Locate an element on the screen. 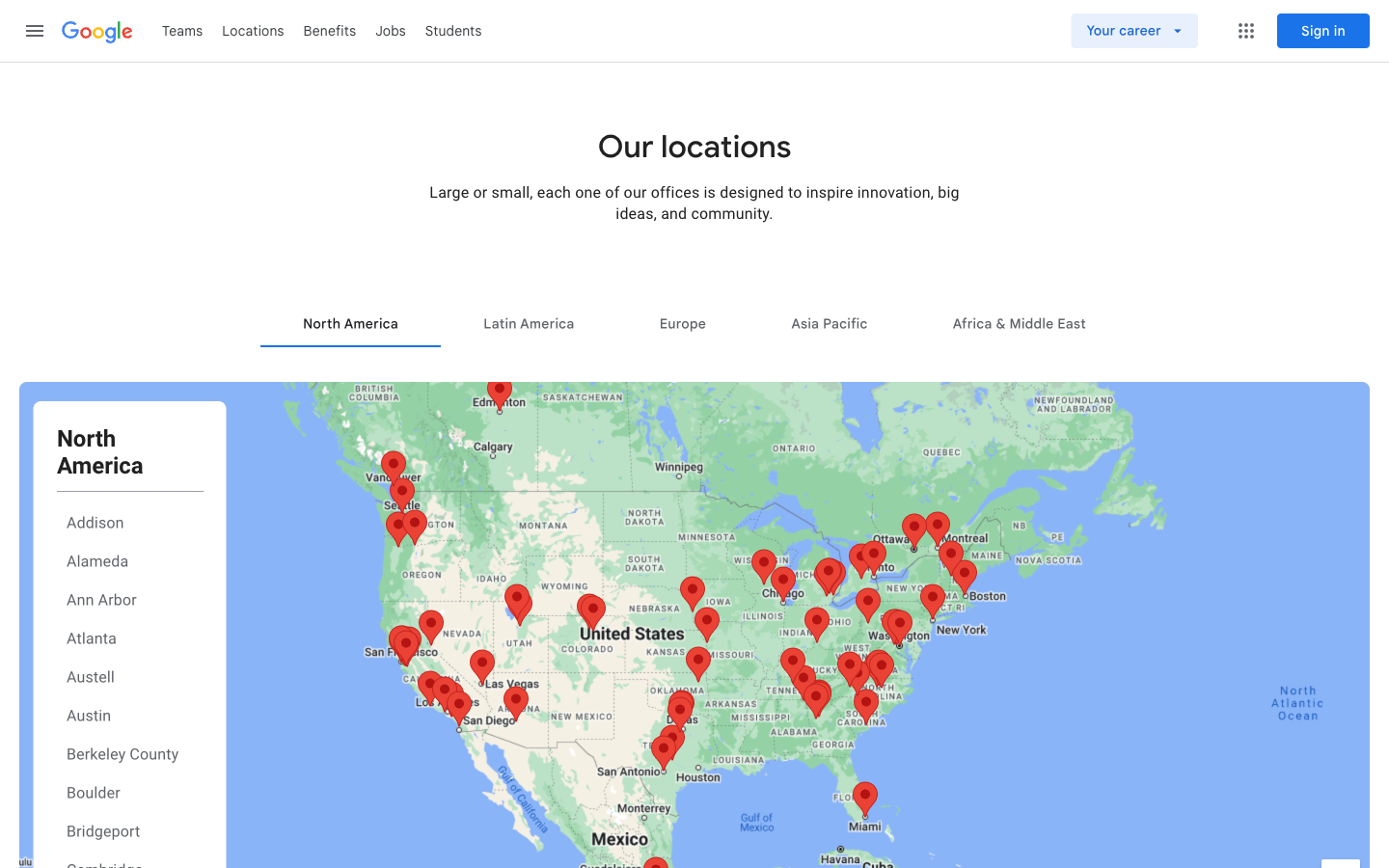  the "Your Career" section is located at coordinates (1162, 30).